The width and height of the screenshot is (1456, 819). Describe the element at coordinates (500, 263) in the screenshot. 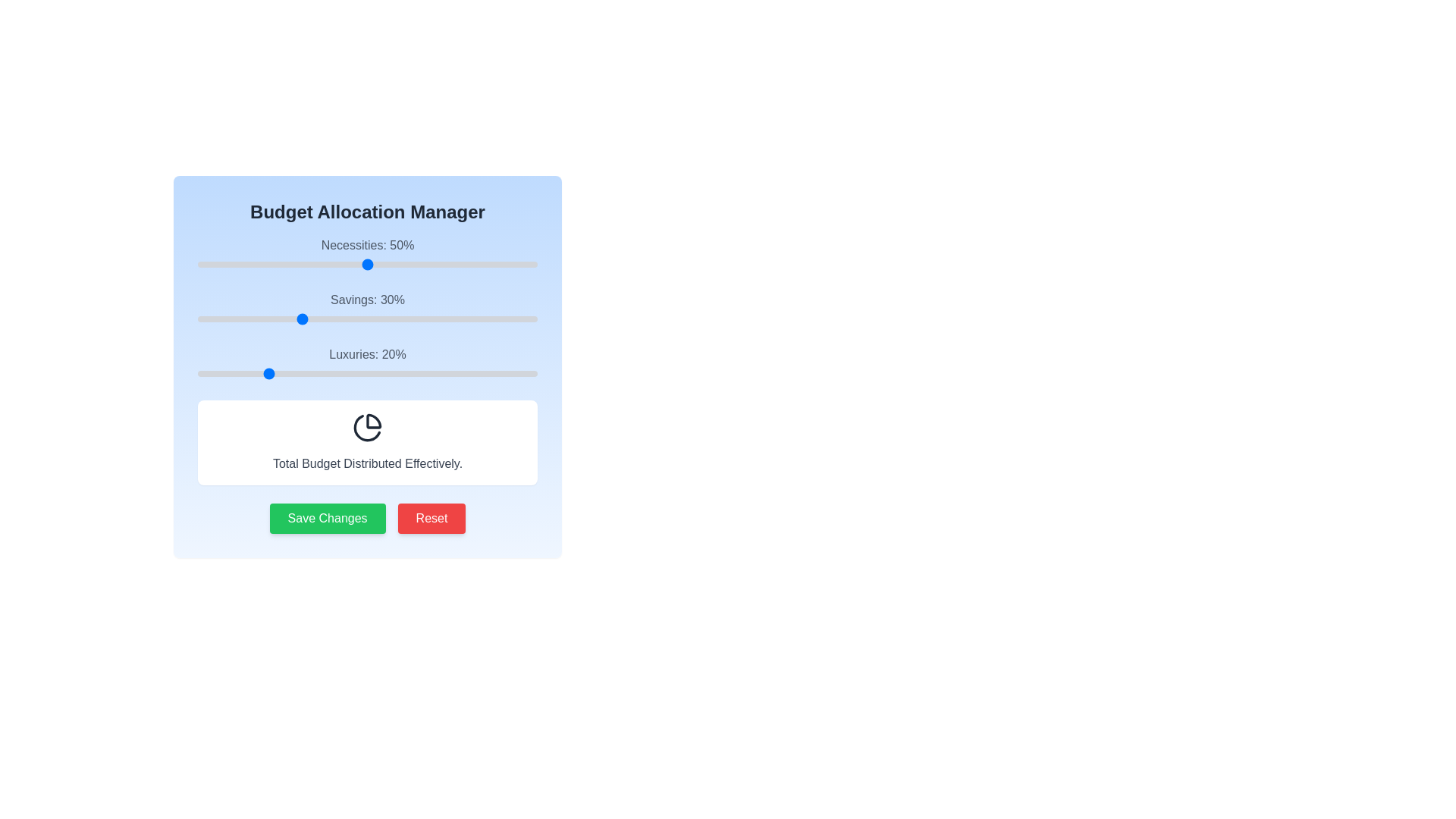

I see `the 'Necessities' slider` at that location.